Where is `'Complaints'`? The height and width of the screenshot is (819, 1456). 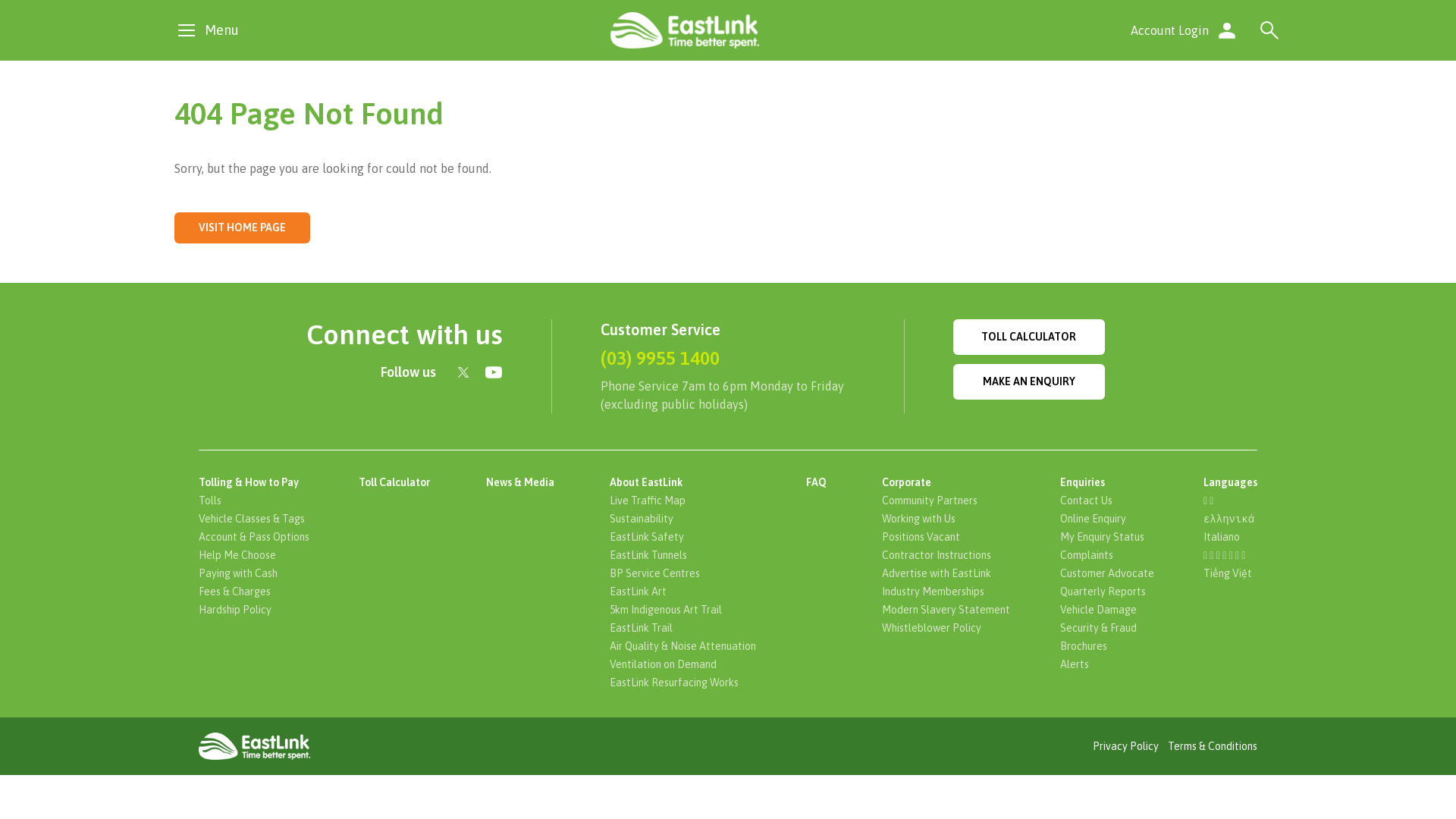
'Complaints' is located at coordinates (1092, 555).